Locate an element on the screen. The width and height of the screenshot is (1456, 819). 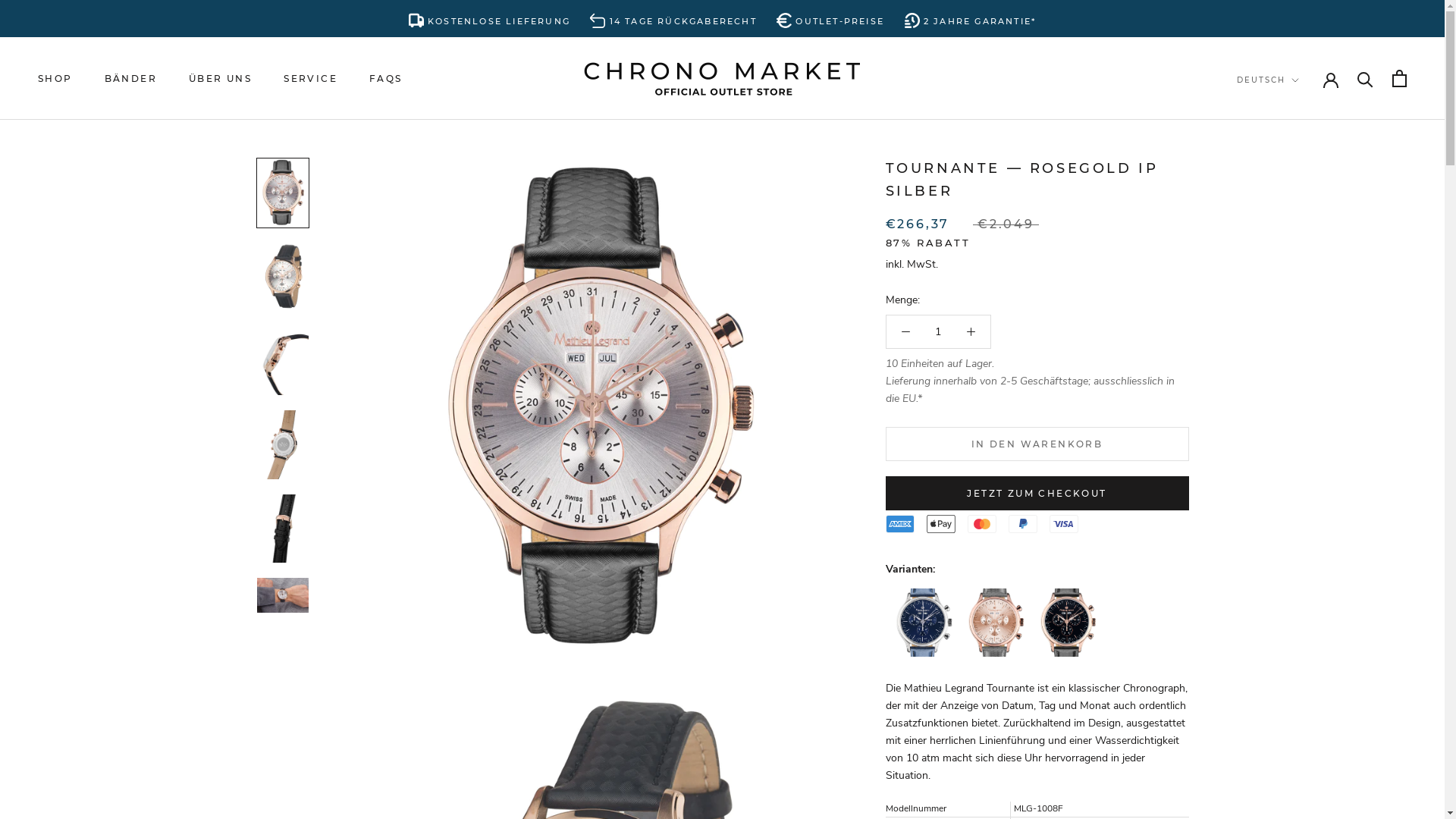
'OUTLET-PREISE' is located at coordinates (829, 18).